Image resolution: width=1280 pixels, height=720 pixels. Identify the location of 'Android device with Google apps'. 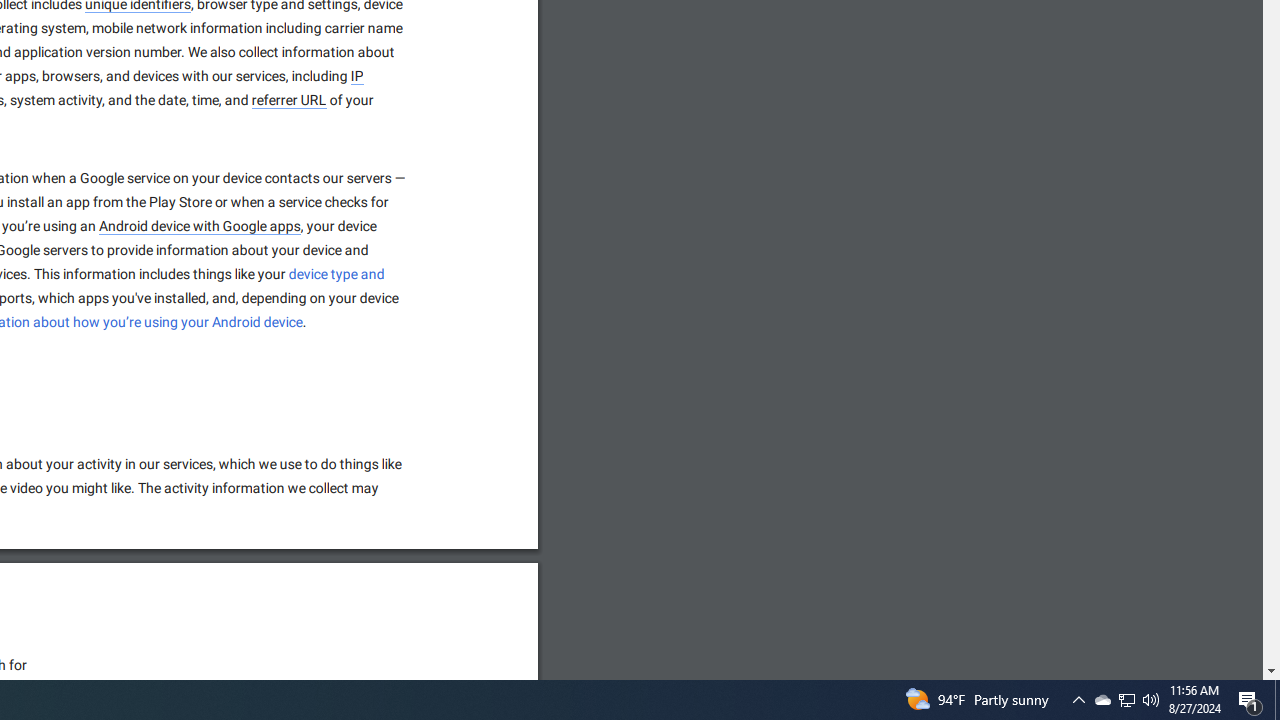
(200, 226).